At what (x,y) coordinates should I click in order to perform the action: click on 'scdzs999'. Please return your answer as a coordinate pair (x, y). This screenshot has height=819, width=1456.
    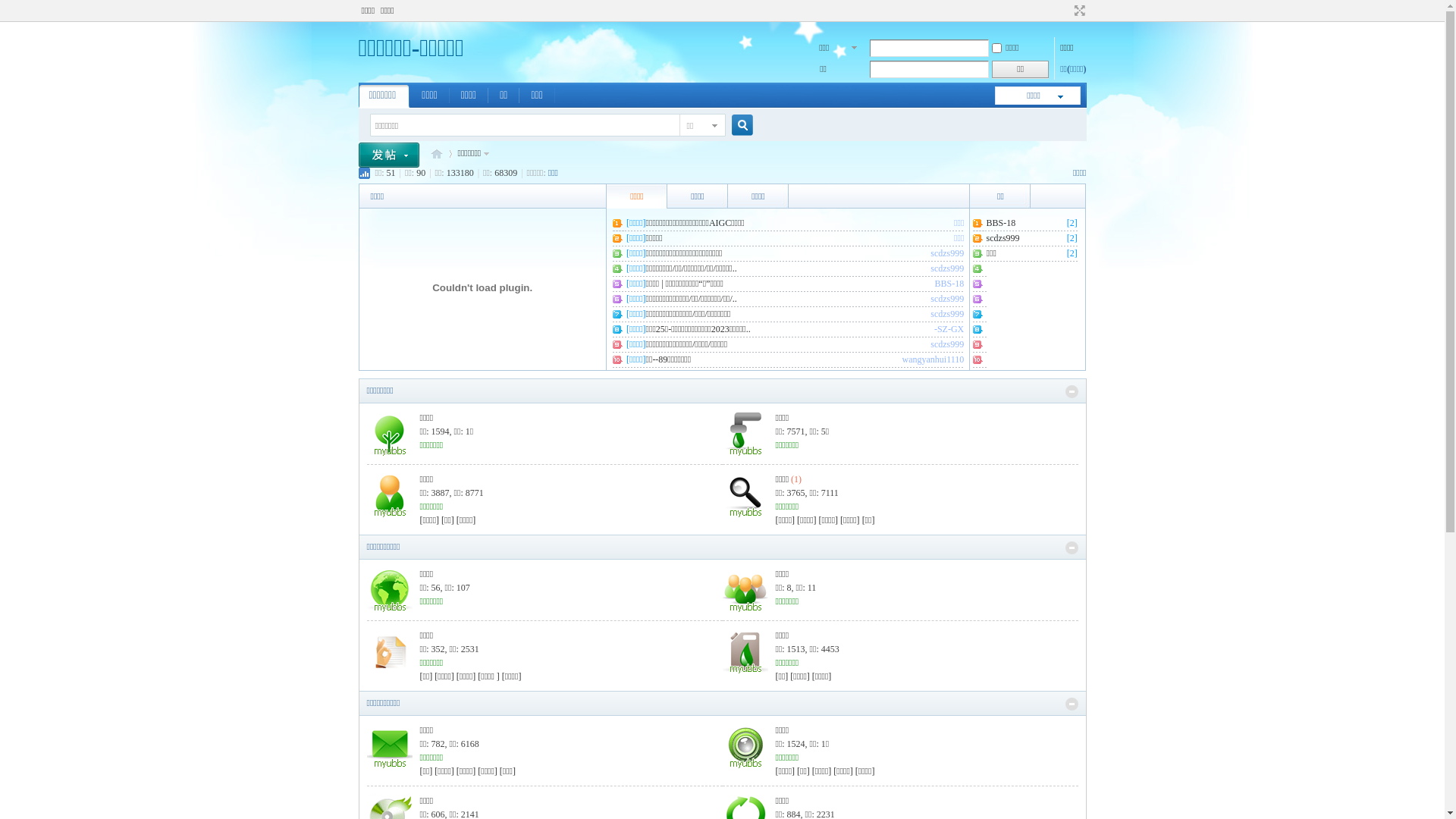
    Looking at the image, I should click on (946, 253).